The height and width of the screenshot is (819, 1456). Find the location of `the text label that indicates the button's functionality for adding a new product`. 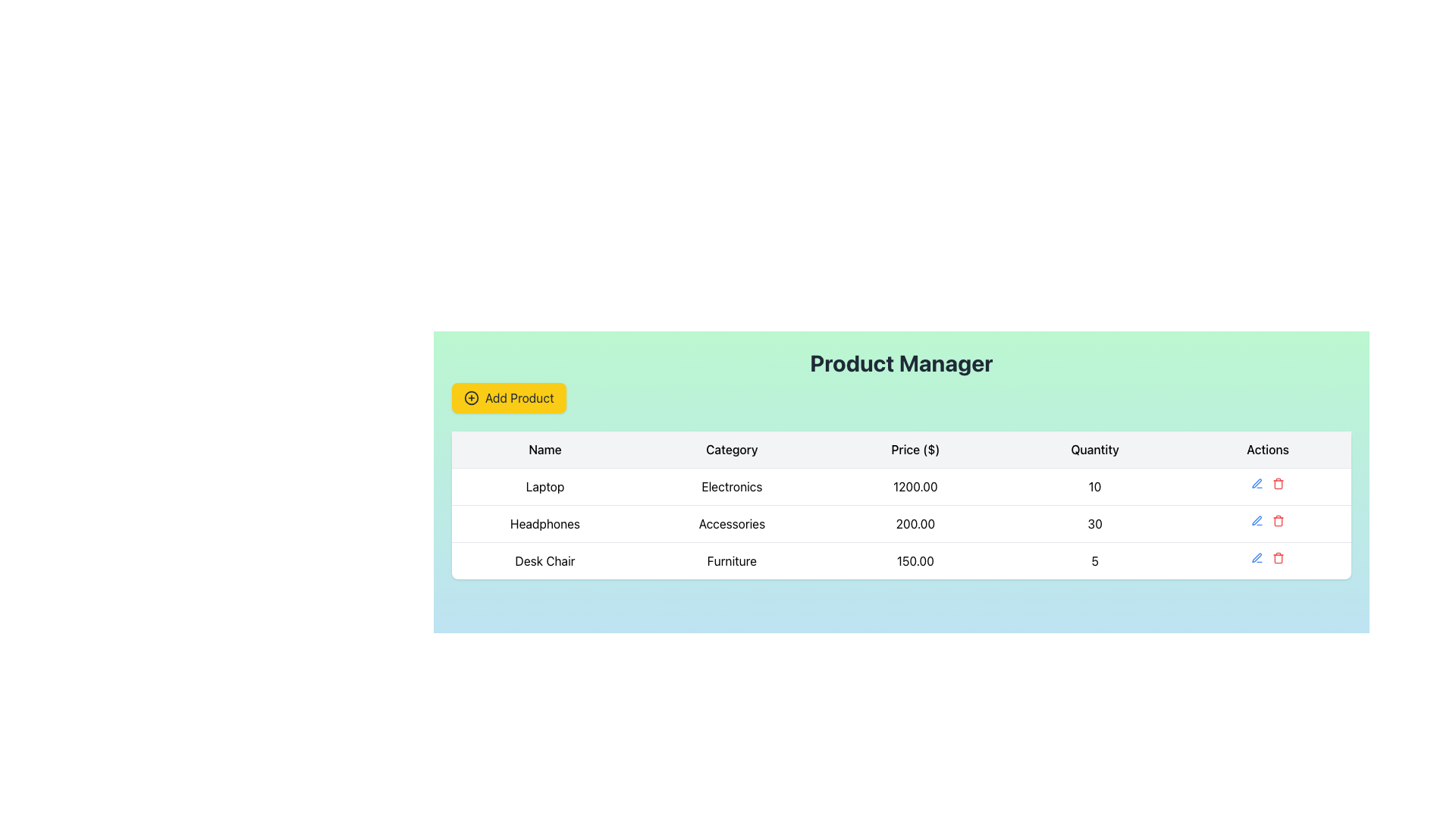

the text label that indicates the button's functionality for adding a new product is located at coordinates (519, 397).